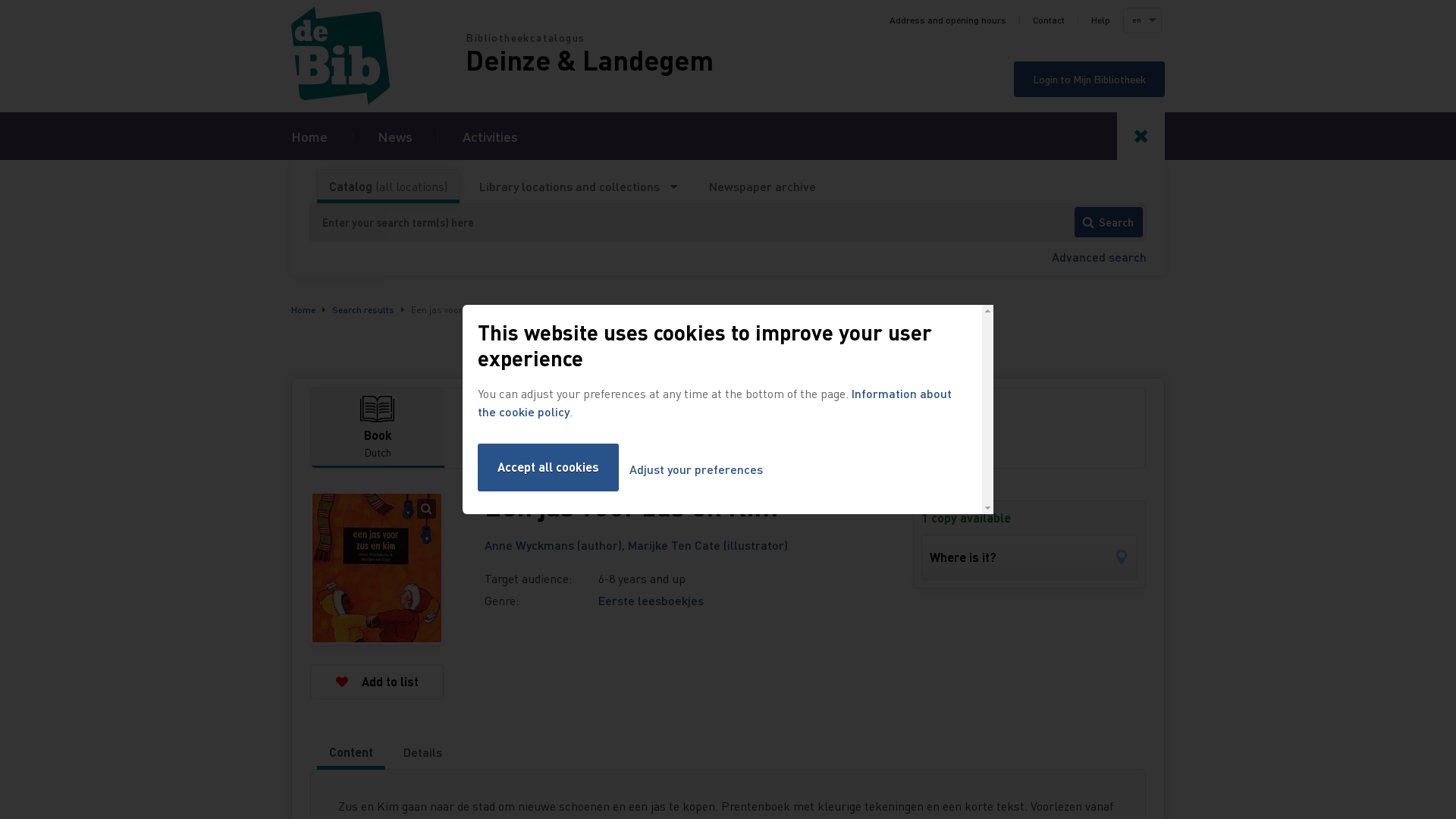  Describe the element at coordinates (1047, 20) in the screenshot. I see `'Contact'` at that location.